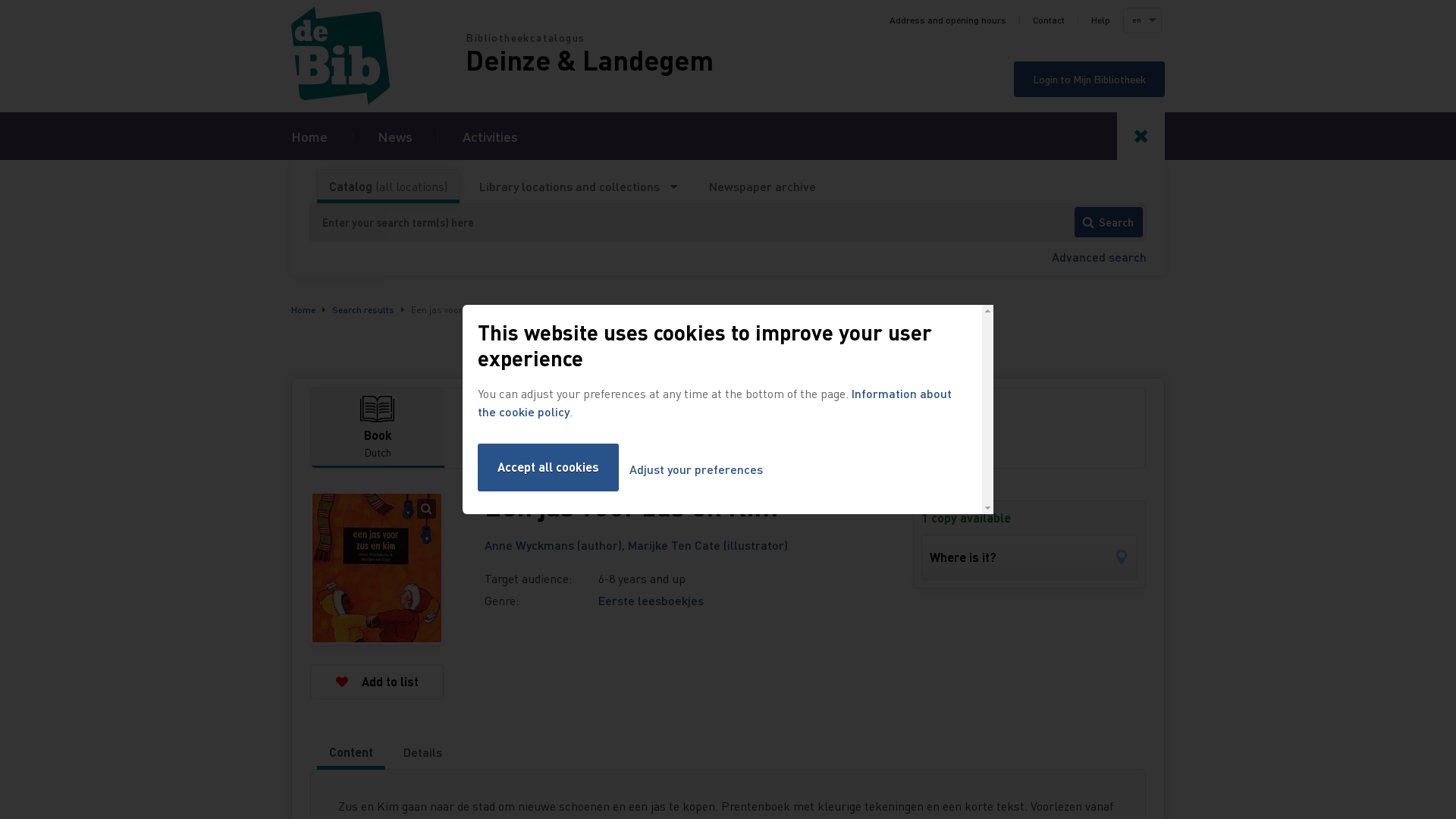  Describe the element at coordinates (1047, 20) in the screenshot. I see `'Contact'` at that location.